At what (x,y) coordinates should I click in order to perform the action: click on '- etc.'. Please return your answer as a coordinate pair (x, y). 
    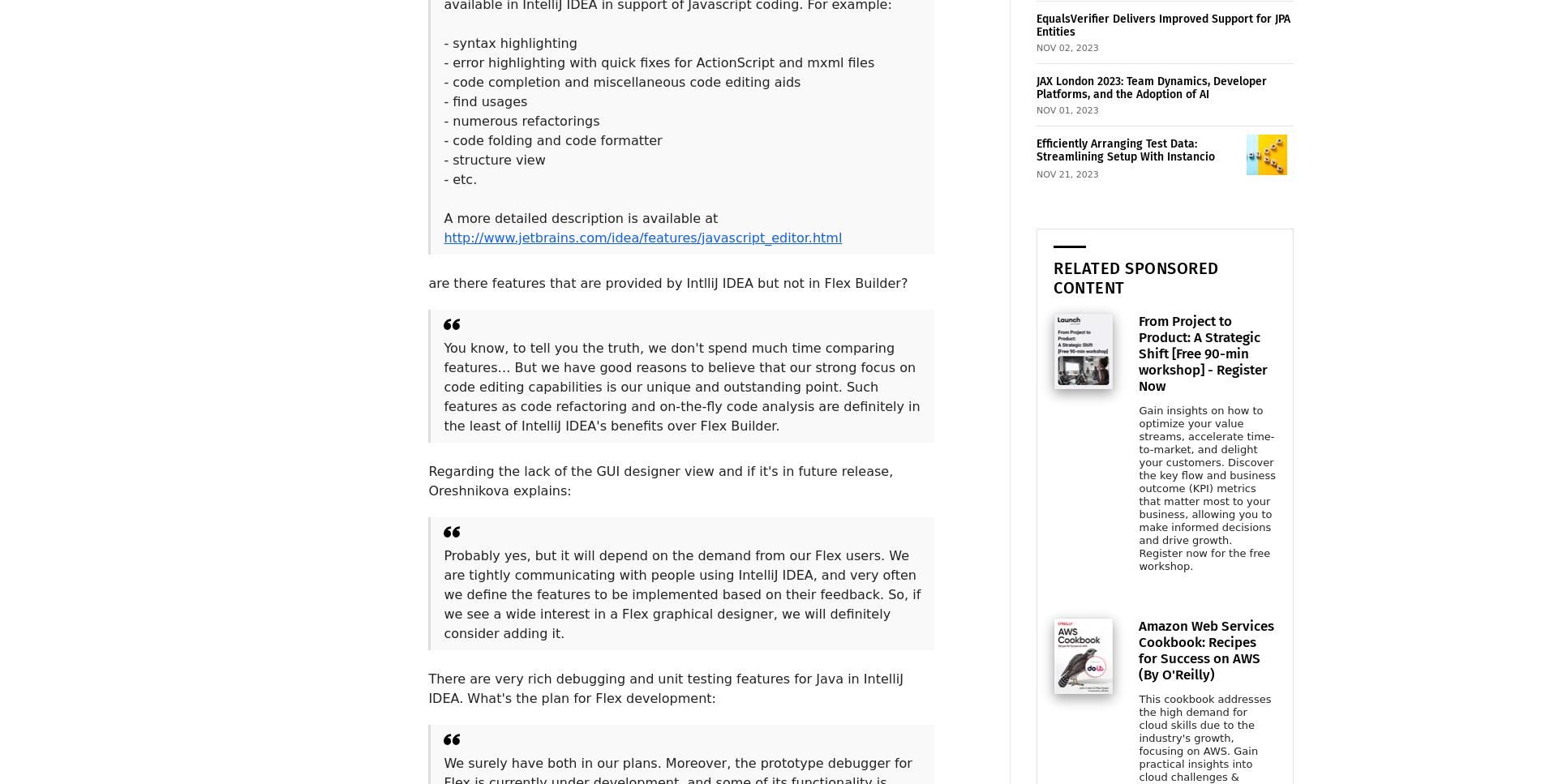
    Looking at the image, I should click on (460, 178).